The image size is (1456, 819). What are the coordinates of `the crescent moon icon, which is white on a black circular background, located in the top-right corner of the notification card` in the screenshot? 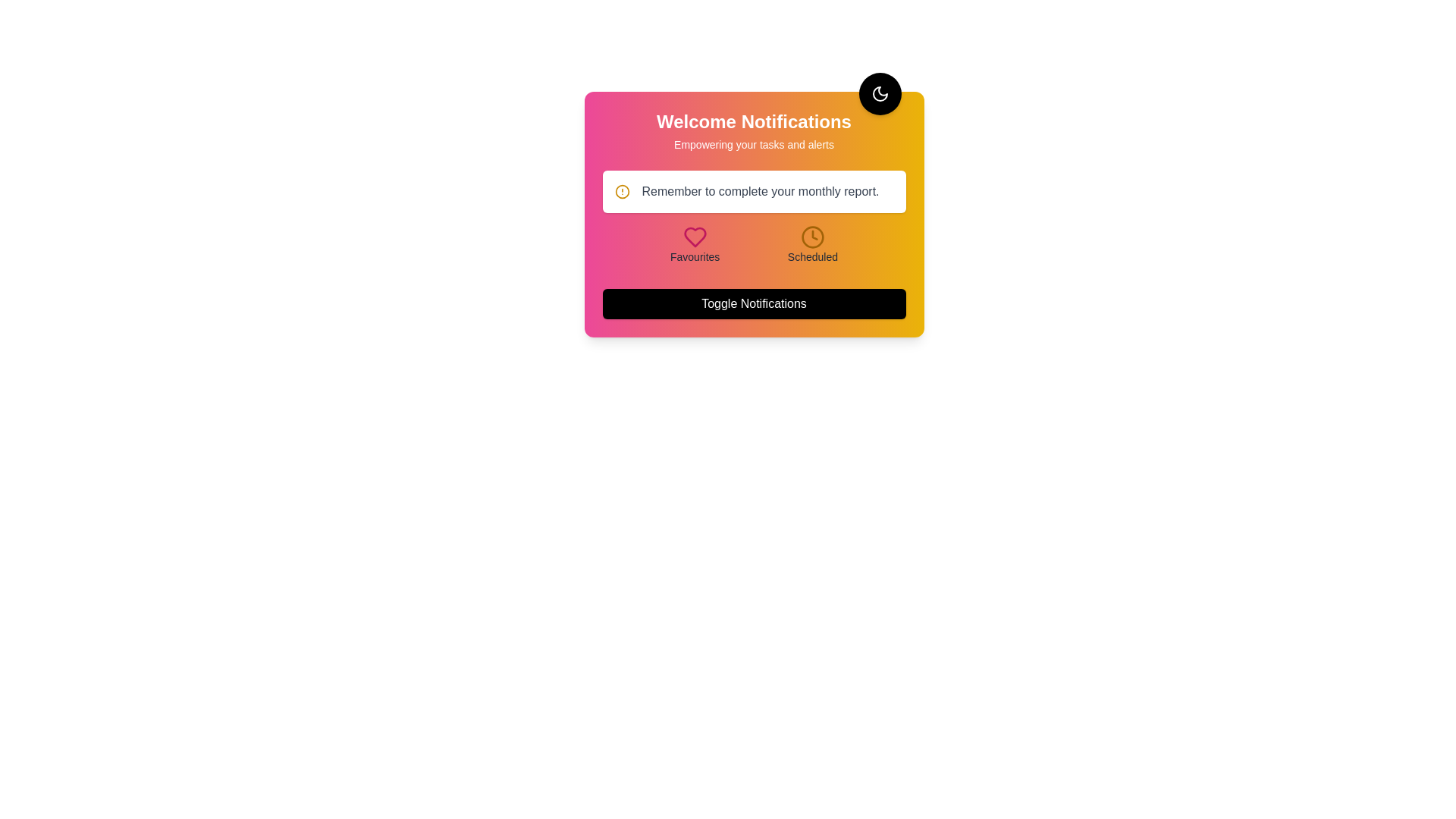 It's located at (880, 93).